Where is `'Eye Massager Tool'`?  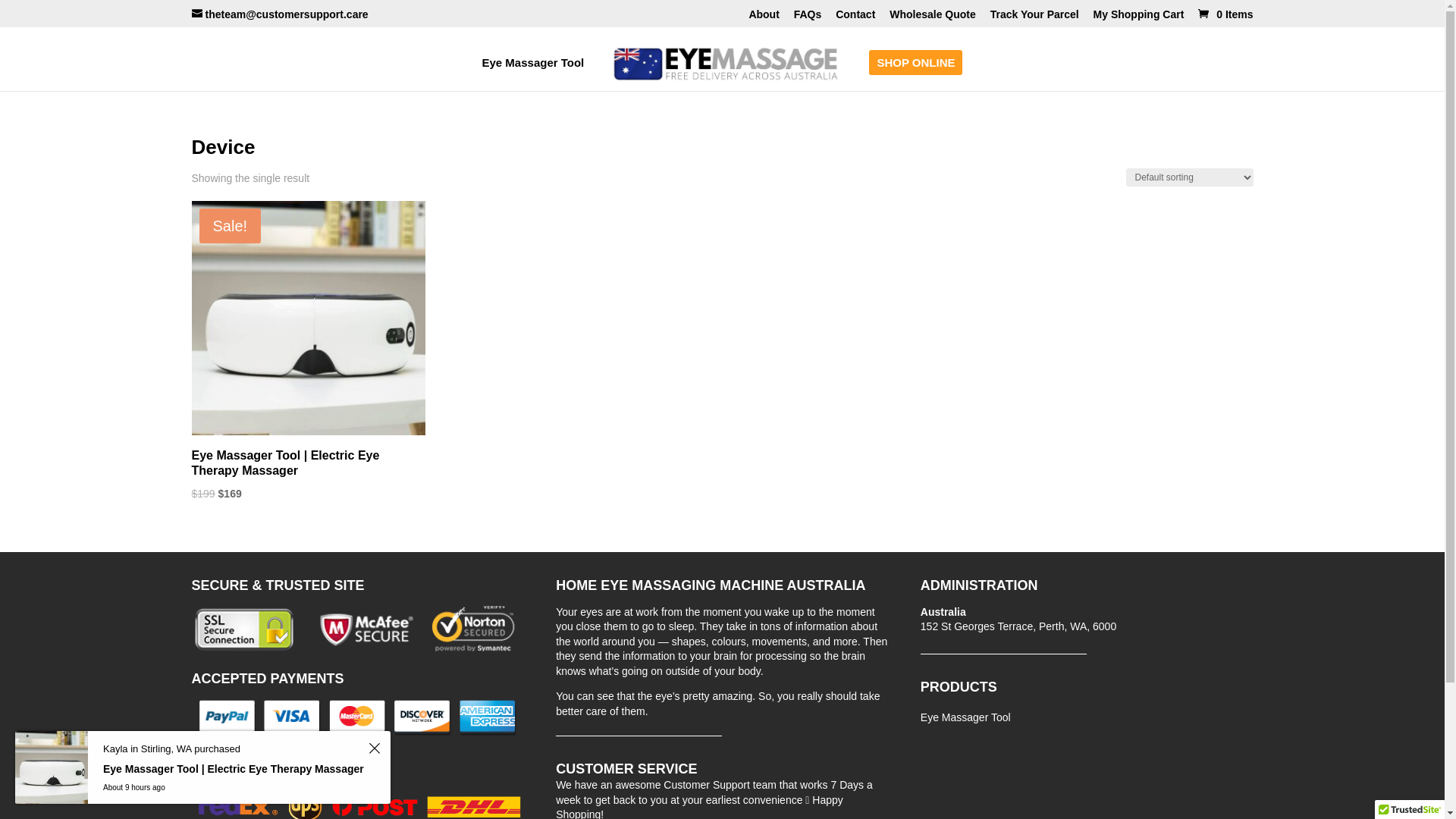 'Eye Massager Tool' is located at coordinates (533, 74).